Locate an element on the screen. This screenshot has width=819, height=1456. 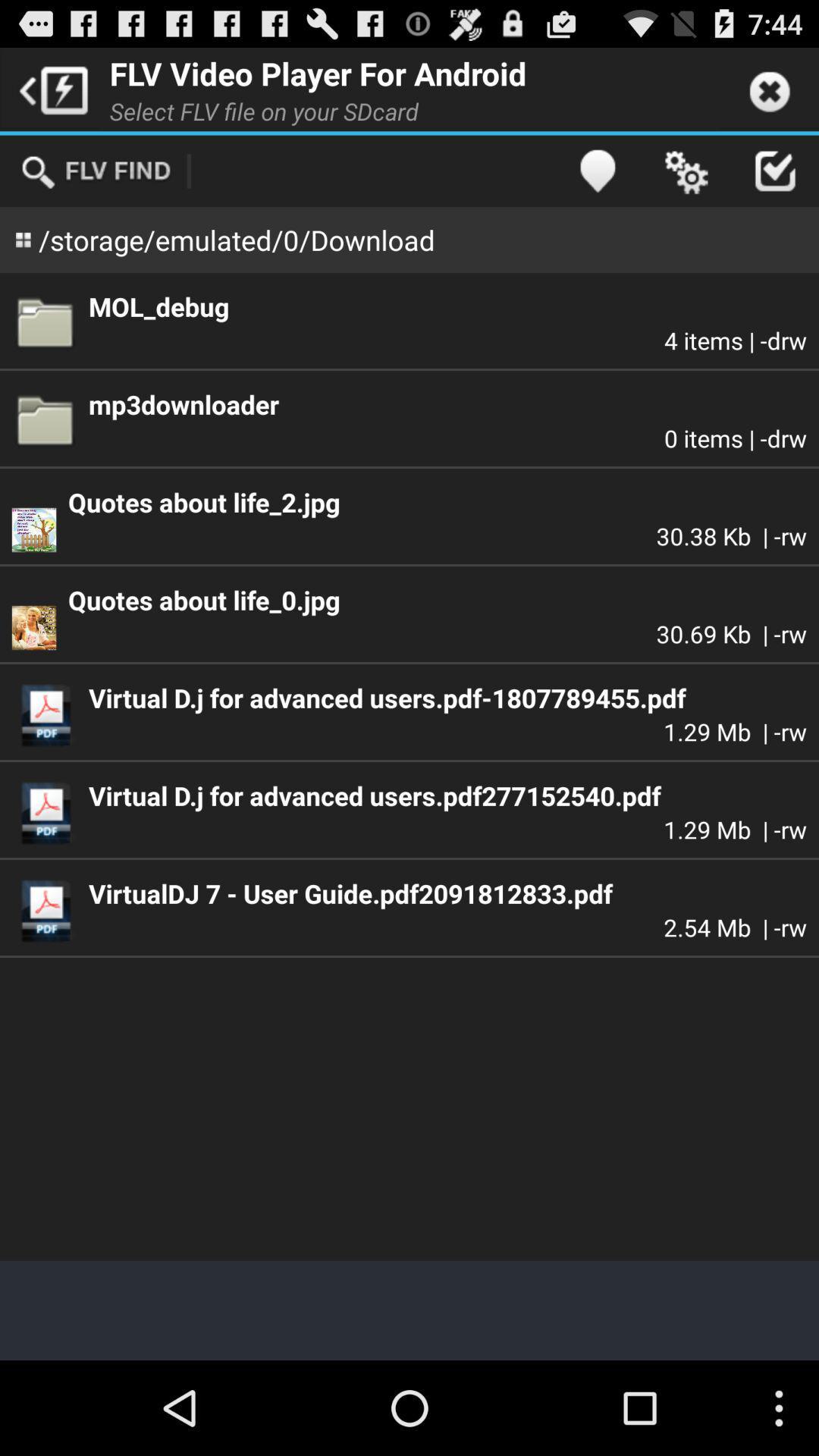
the check icon is located at coordinates (774, 182).